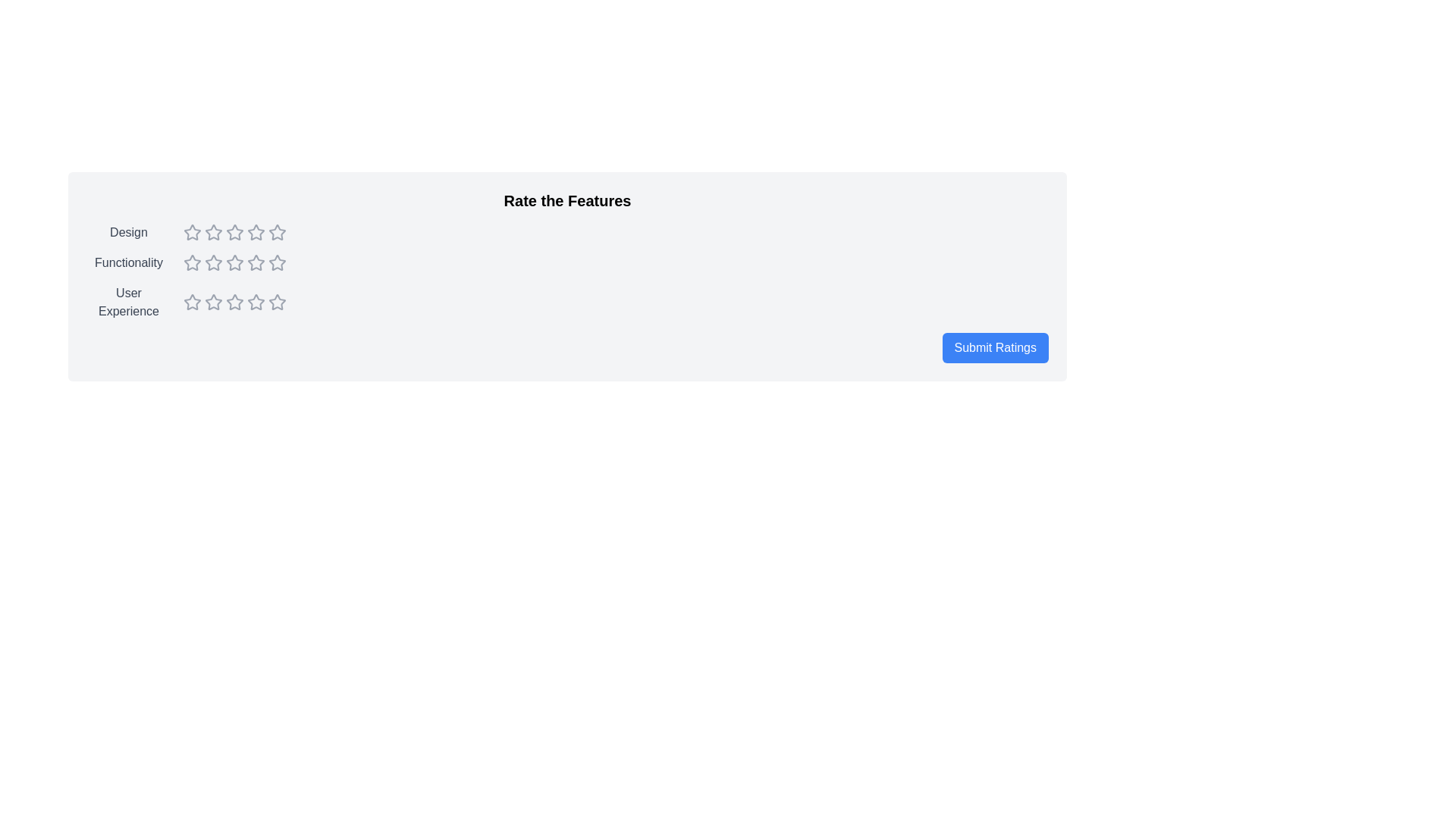  Describe the element at coordinates (234, 233) in the screenshot. I see `the fourth star icon in the rating system` at that location.